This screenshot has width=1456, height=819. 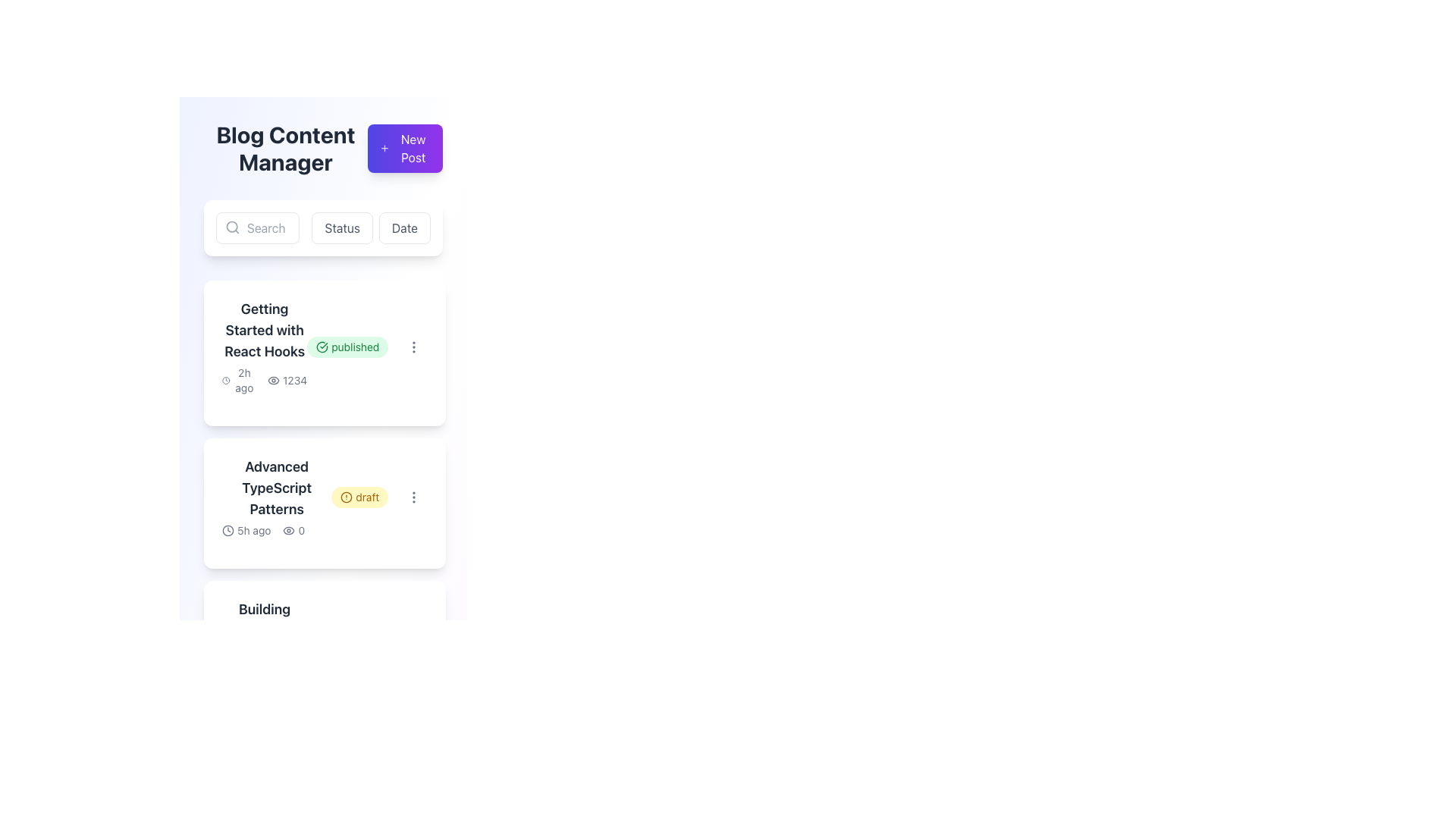 I want to click on the 'New Post' button, which has a gradient background from indigo to purple and contains white text with a plus icon, located at the top right corner next to 'Blog Content Manager', so click(x=405, y=149).